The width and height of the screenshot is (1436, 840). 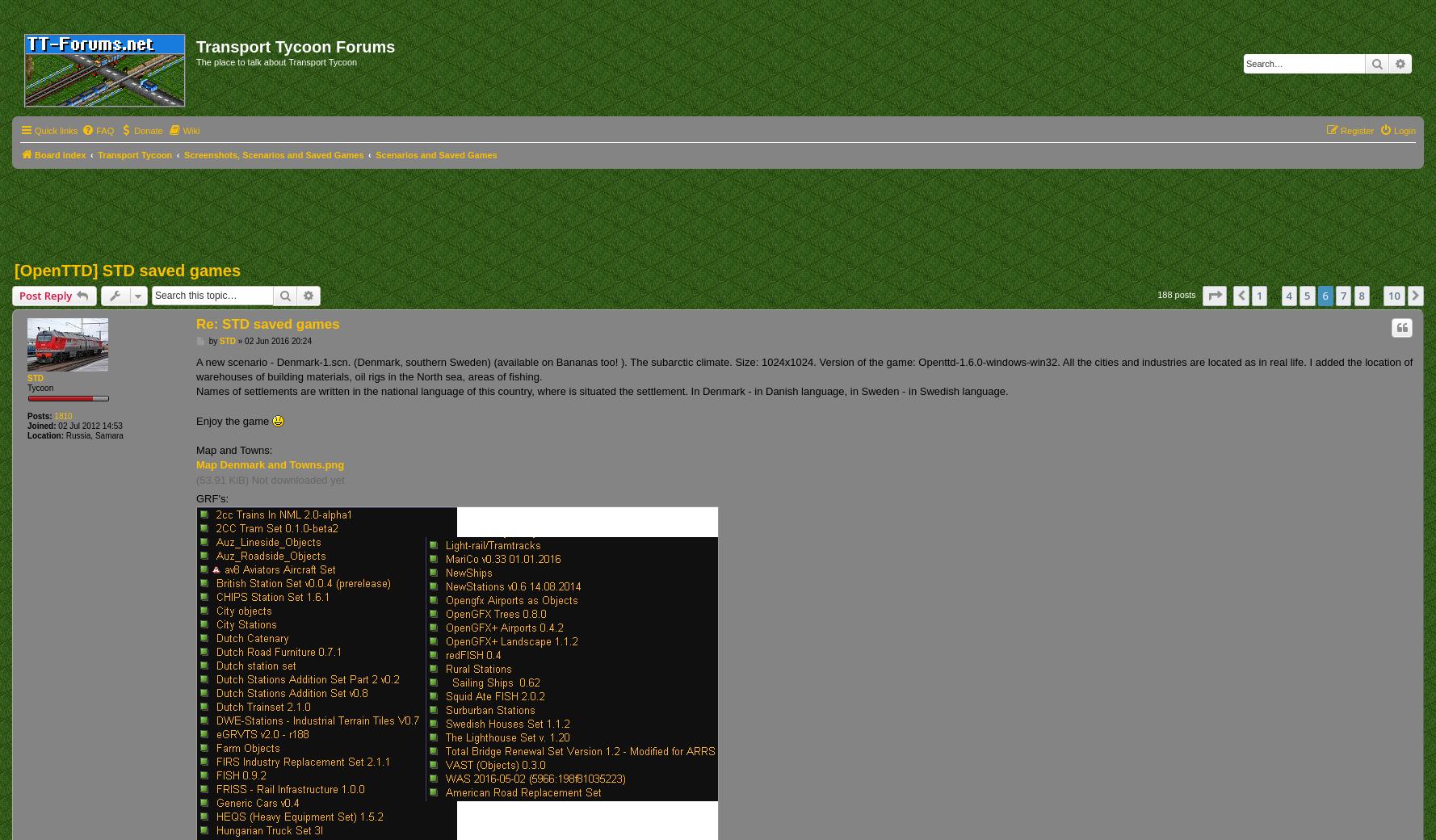 I want to click on 'Previous', so click(x=1250, y=296).